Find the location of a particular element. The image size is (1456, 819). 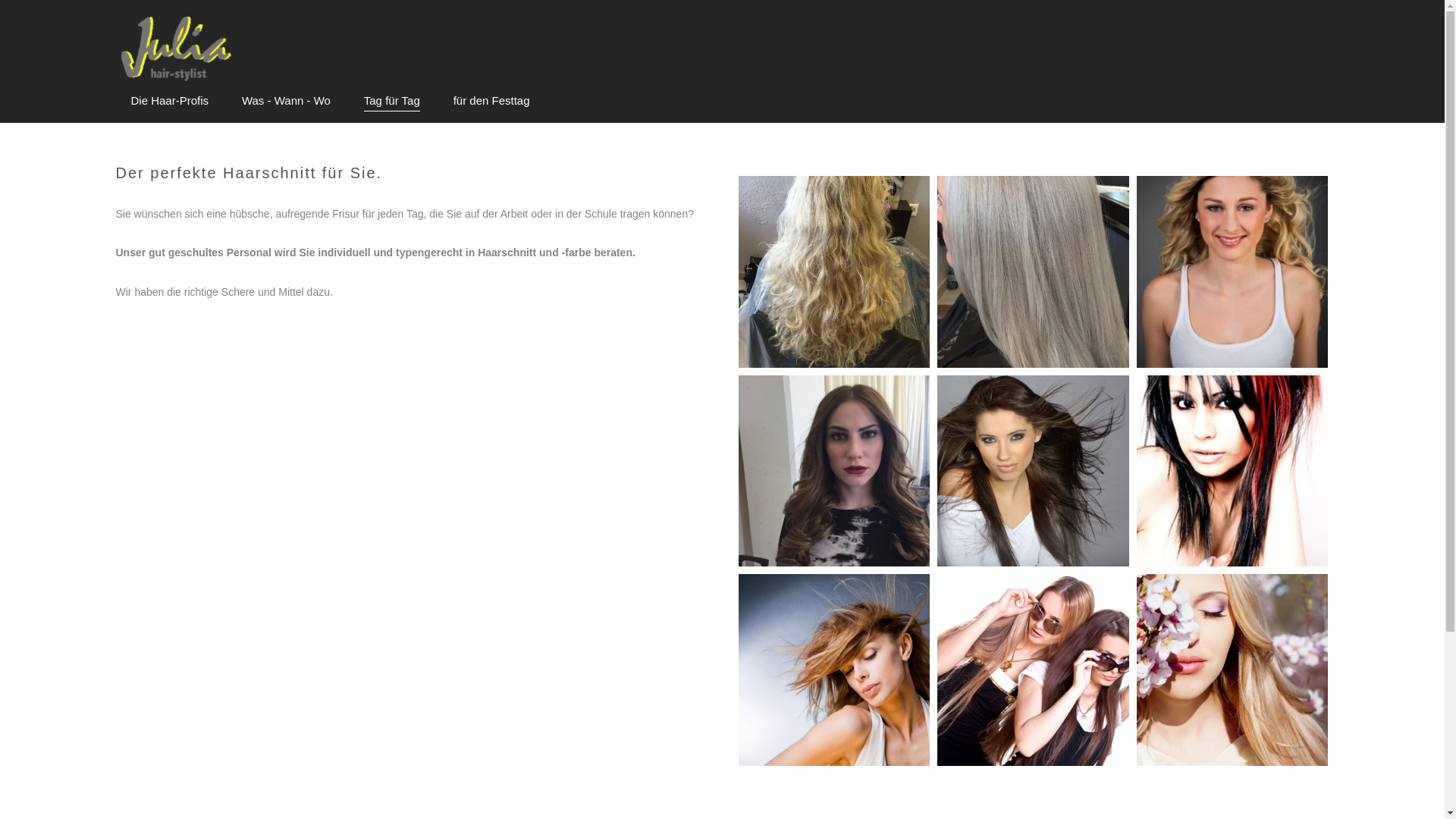

'Die Haar-Profis' is located at coordinates (169, 100).